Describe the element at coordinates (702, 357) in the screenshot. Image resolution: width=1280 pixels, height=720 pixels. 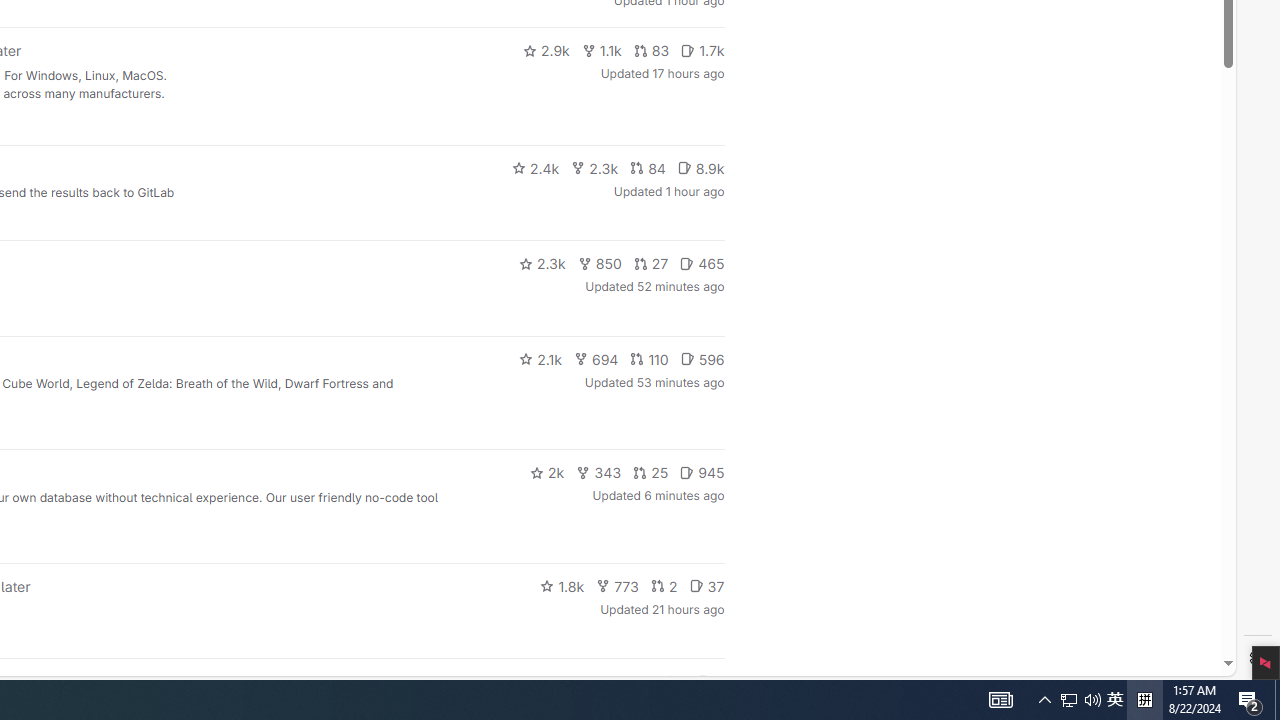
I see `'596'` at that location.